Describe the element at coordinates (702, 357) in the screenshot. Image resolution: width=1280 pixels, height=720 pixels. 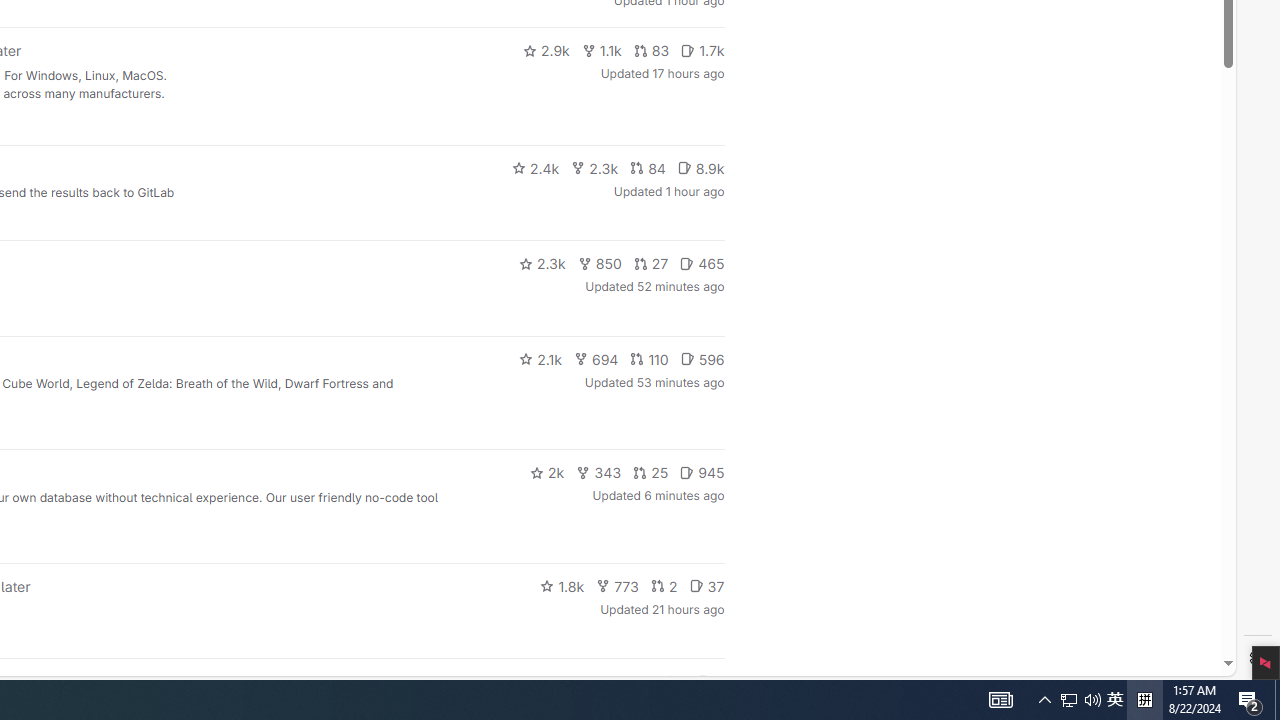
I see `'596'` at that location.